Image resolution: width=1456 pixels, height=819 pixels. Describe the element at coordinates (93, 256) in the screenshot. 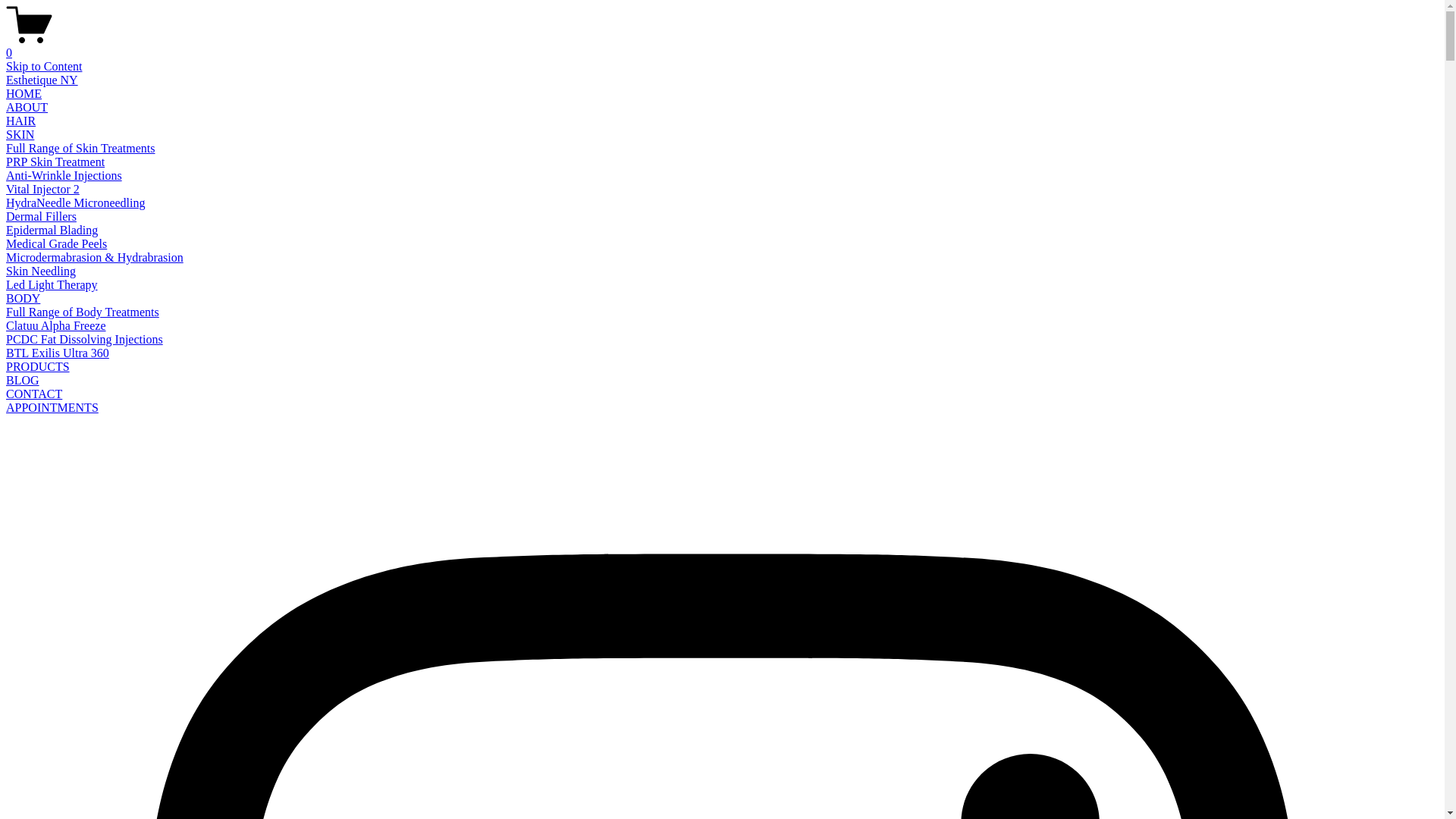

I see `'Microdermabrasion & Hydrabrasion'` at that location.